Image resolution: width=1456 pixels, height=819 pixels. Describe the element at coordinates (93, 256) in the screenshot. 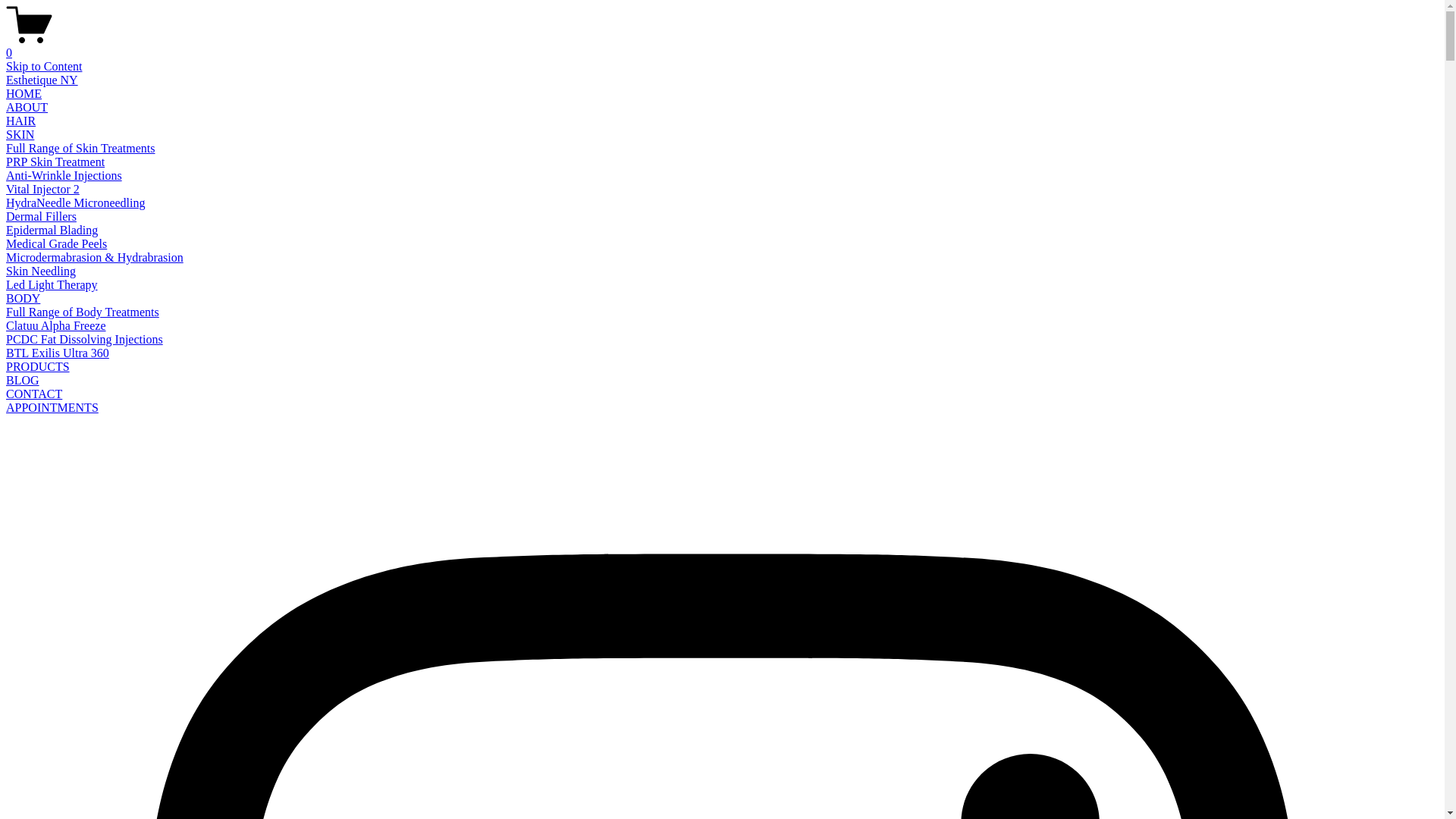

I see `'Microdermabrasion & Hydrabrasion'` at that location.